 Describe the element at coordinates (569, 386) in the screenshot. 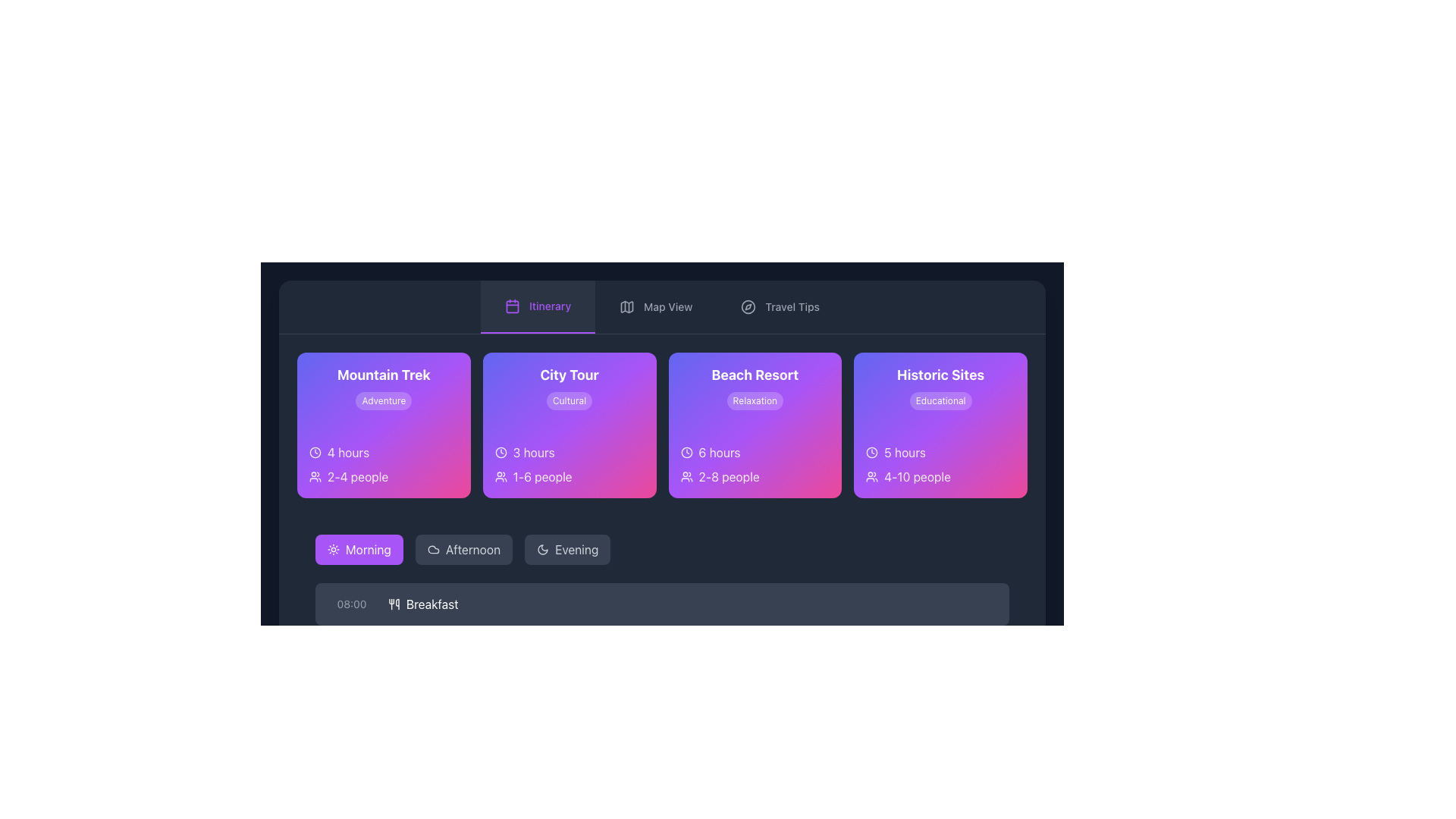

I see `text 'City Tour' from the Text and Badge Display, which features a bold white title and a rounded tag labeled 'Cultural' on a purple-gradient background` at that location.